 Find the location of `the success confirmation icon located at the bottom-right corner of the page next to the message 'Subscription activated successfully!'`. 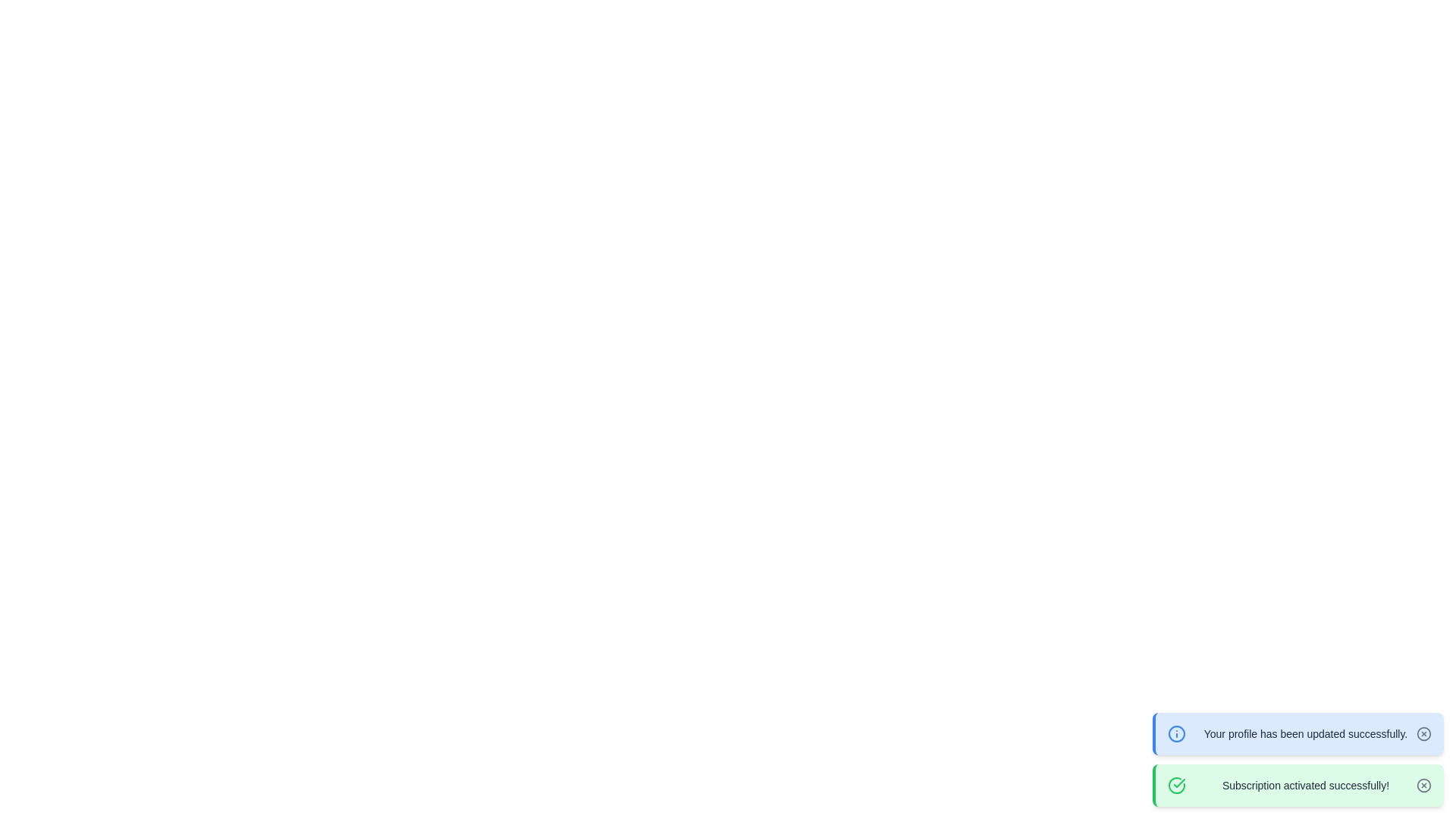

the success confirmation icon located at the bottom-right corner of the page next to the message 'Subscription activated successfully!' is located at coordinates (1175, 785).